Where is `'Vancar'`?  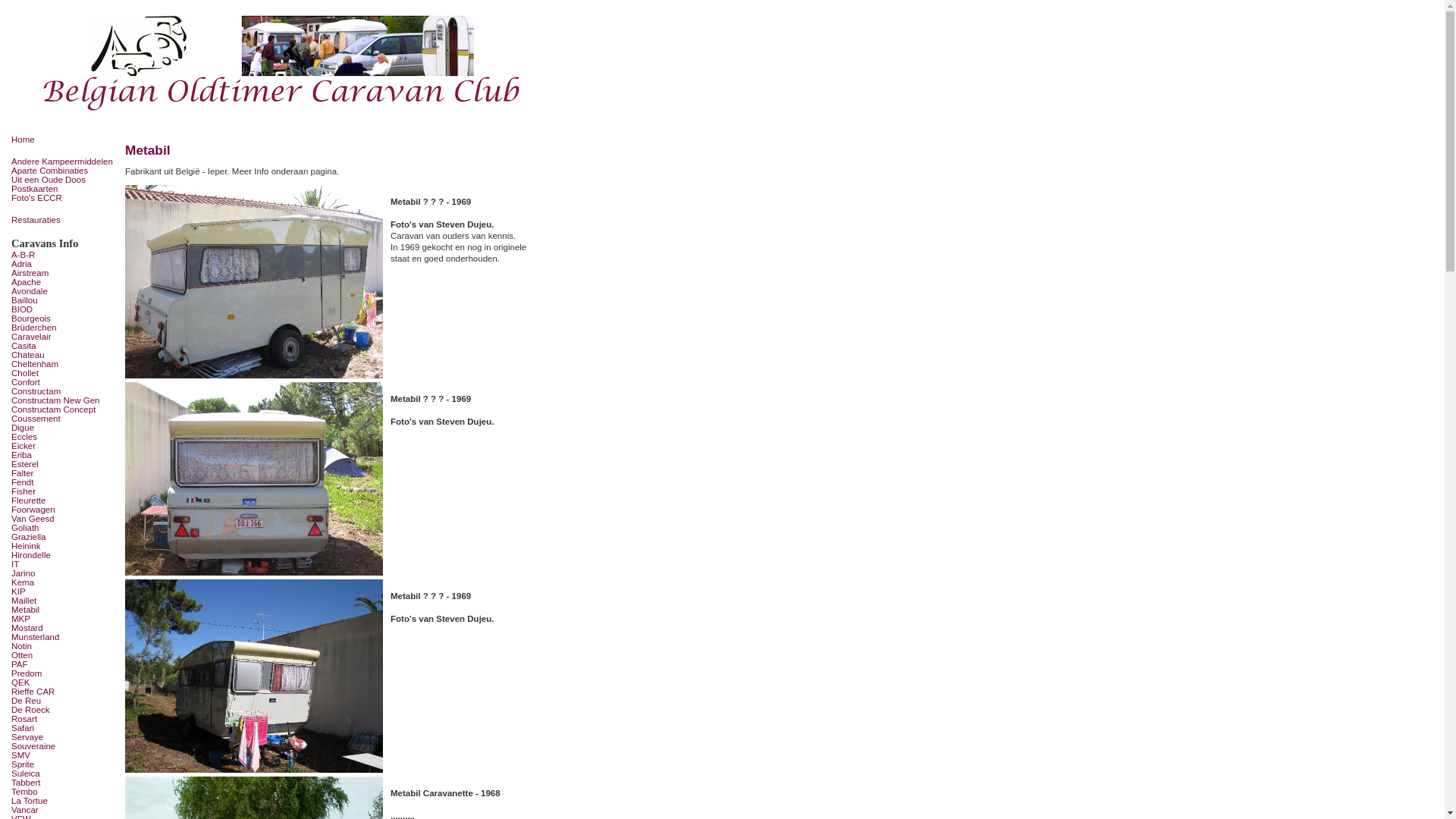
'Vancar' is located at coordinates (64, 809).